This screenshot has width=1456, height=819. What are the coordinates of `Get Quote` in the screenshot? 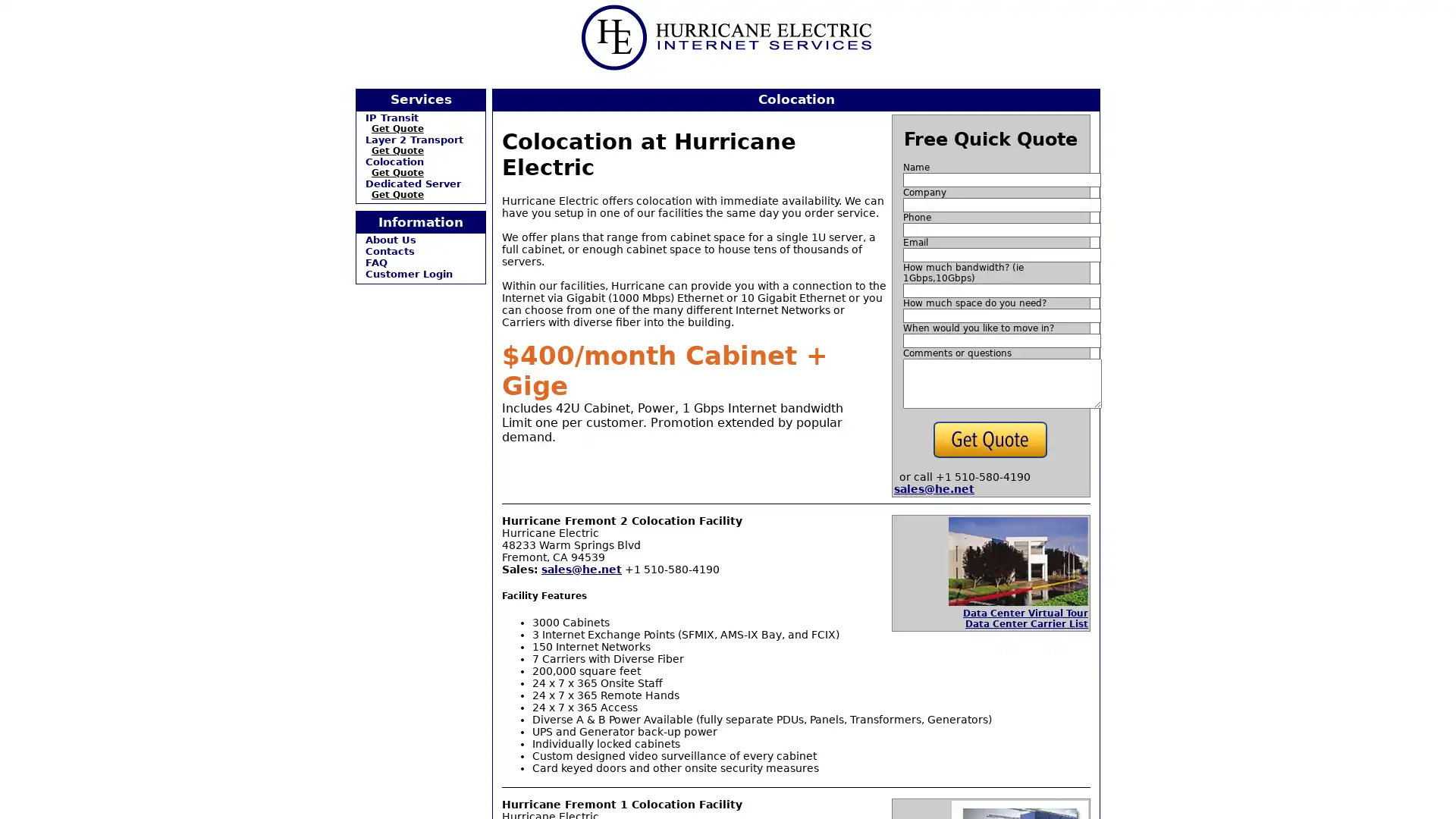 It's located at (990, 438).